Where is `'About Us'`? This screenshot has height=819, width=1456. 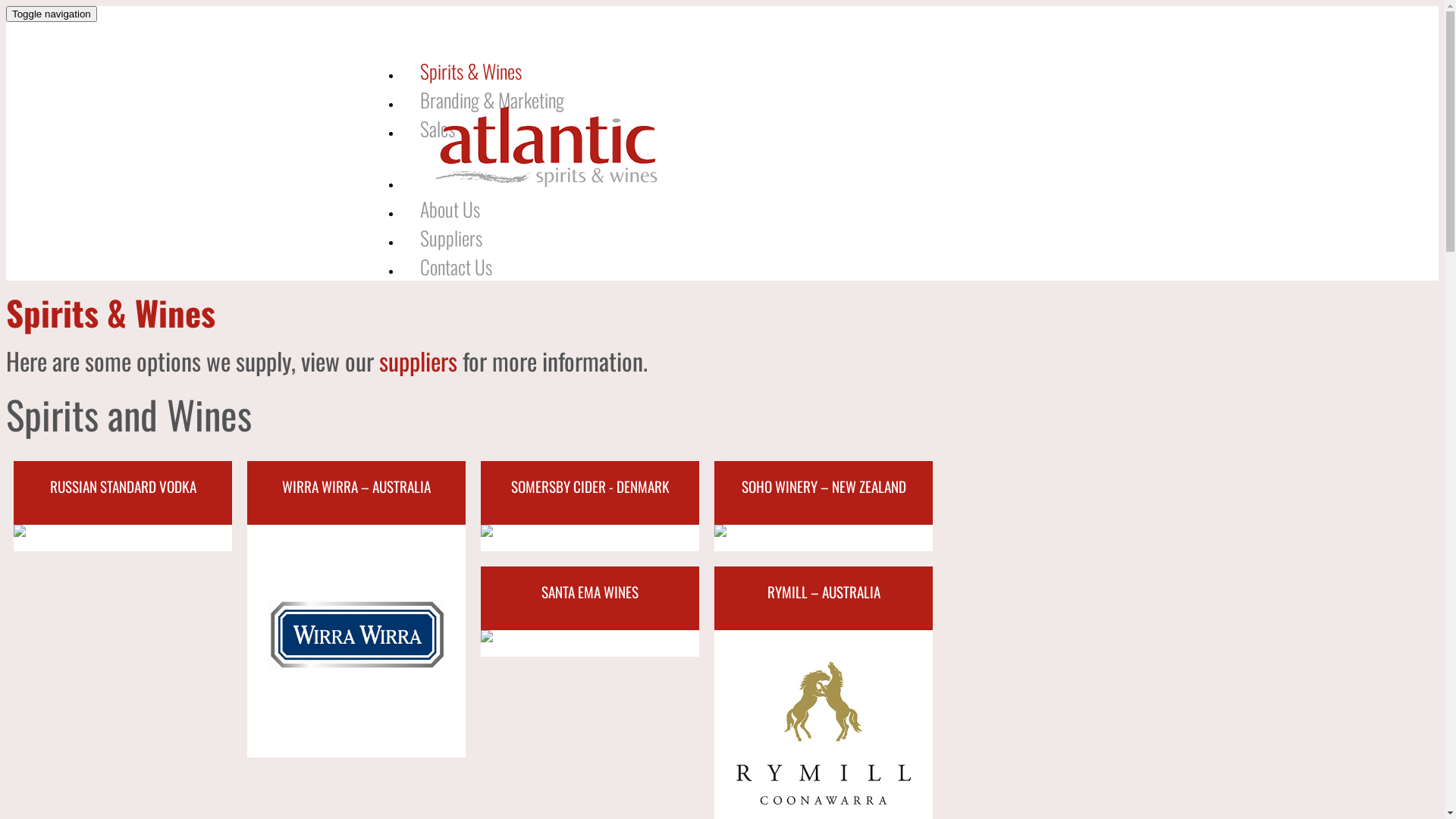
'About Us' is located at coordinates (448, 208).